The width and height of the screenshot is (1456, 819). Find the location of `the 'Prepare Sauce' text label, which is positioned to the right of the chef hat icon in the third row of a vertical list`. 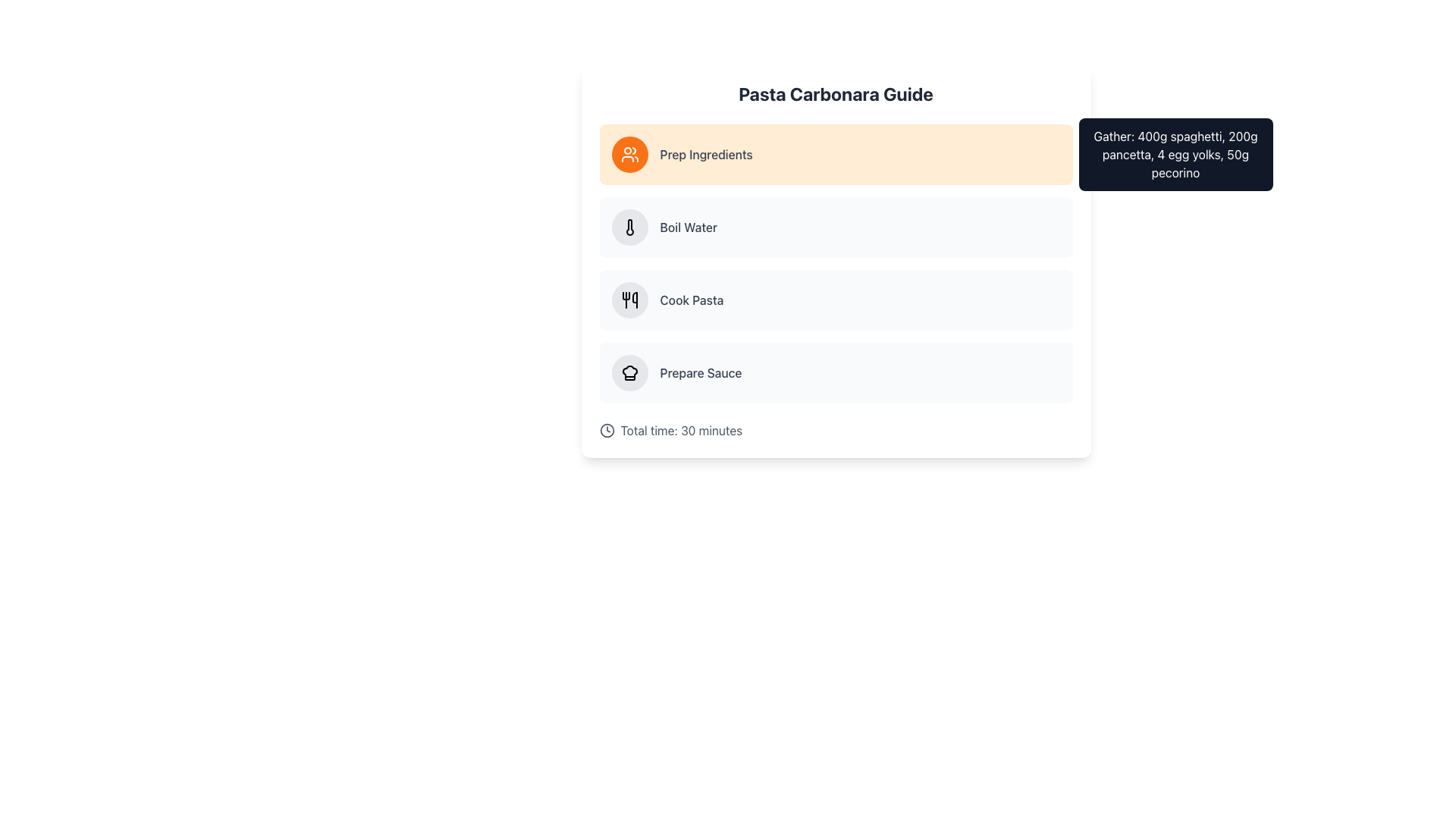

the 'Prepare Sauce' text label, which is positioned to the right of the chef hat icon in the third row of a vertical list is located at coordinates (700, 373).